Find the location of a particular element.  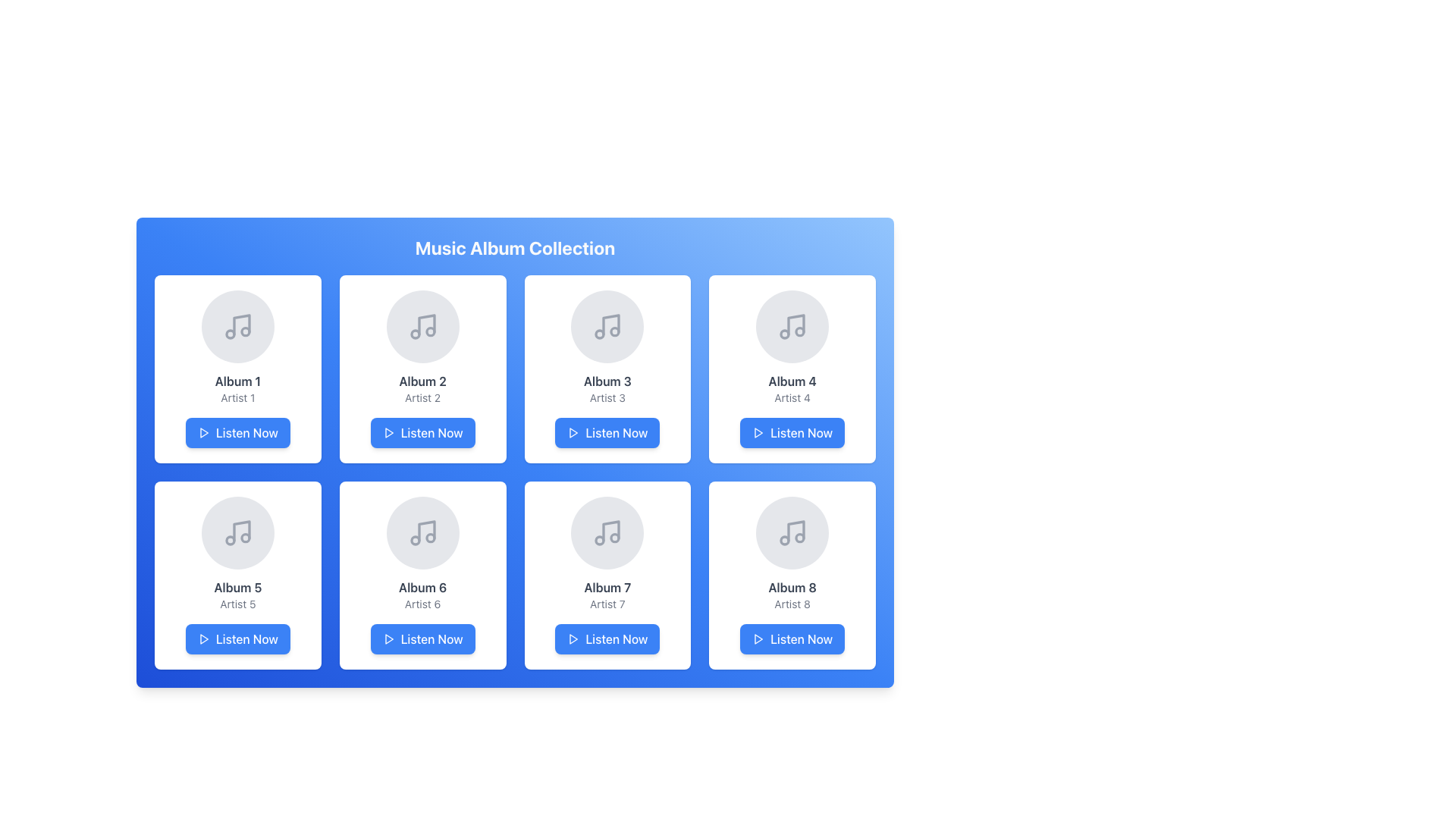

the music album icon located in the top-left corner of the first album card titled 'Album 1' by 'Artist 1', which is centered inside a circular frame is located at coordinates (237, 326).